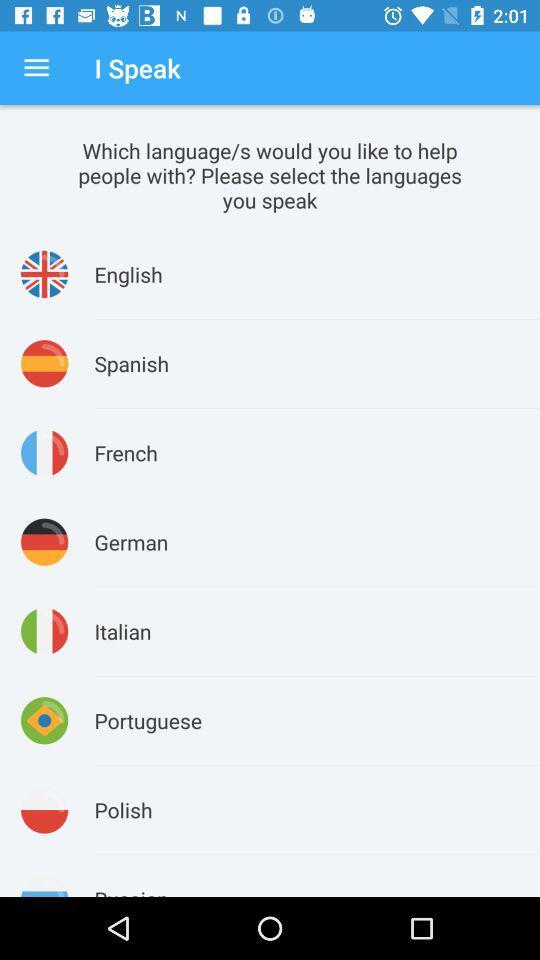  I want to click on the item to the left of i speak item, so click(36, 68).